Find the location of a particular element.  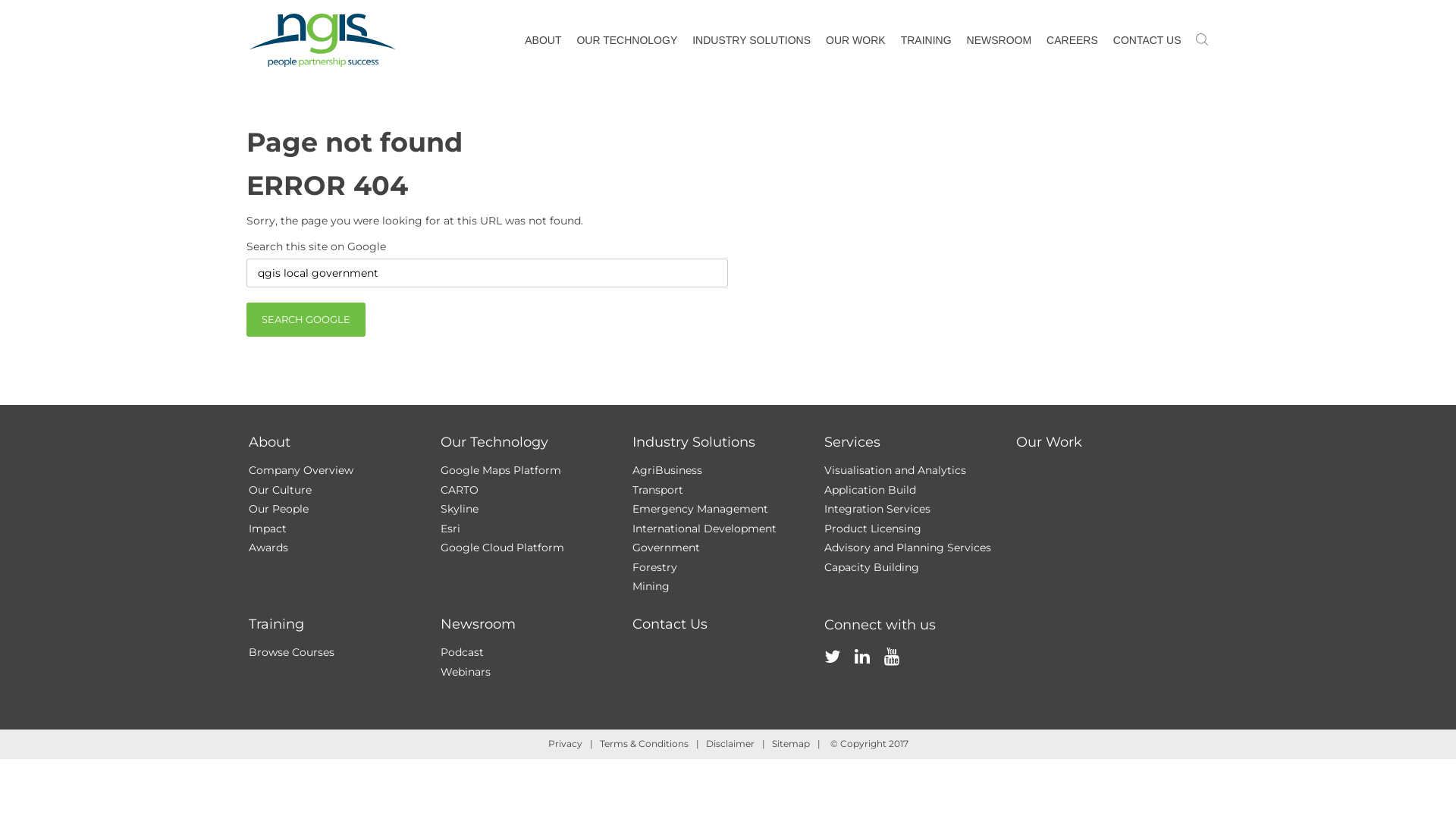

'Browse Courses' is located at coordinates (291, 651).